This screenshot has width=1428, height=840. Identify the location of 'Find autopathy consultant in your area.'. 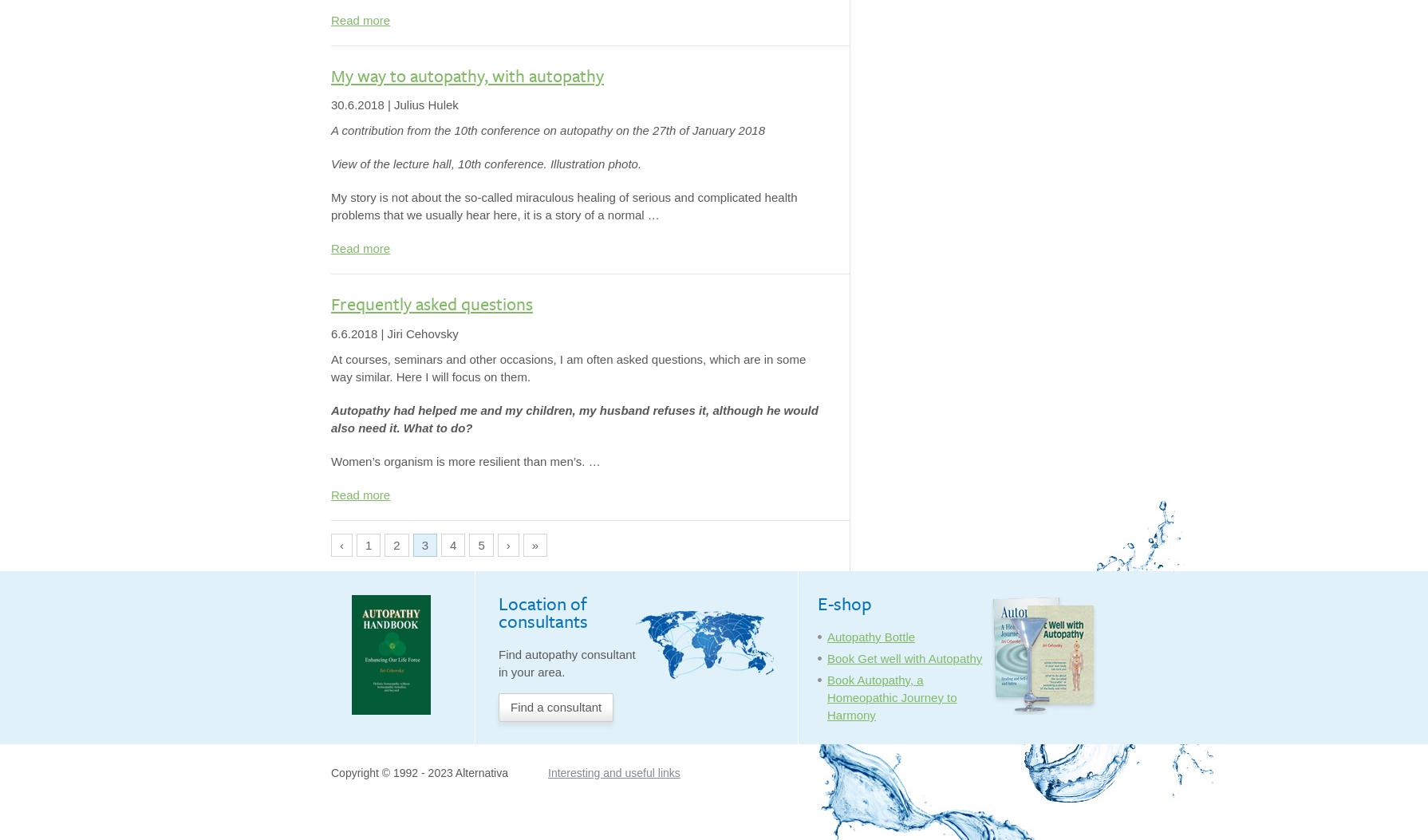
(566, 662).